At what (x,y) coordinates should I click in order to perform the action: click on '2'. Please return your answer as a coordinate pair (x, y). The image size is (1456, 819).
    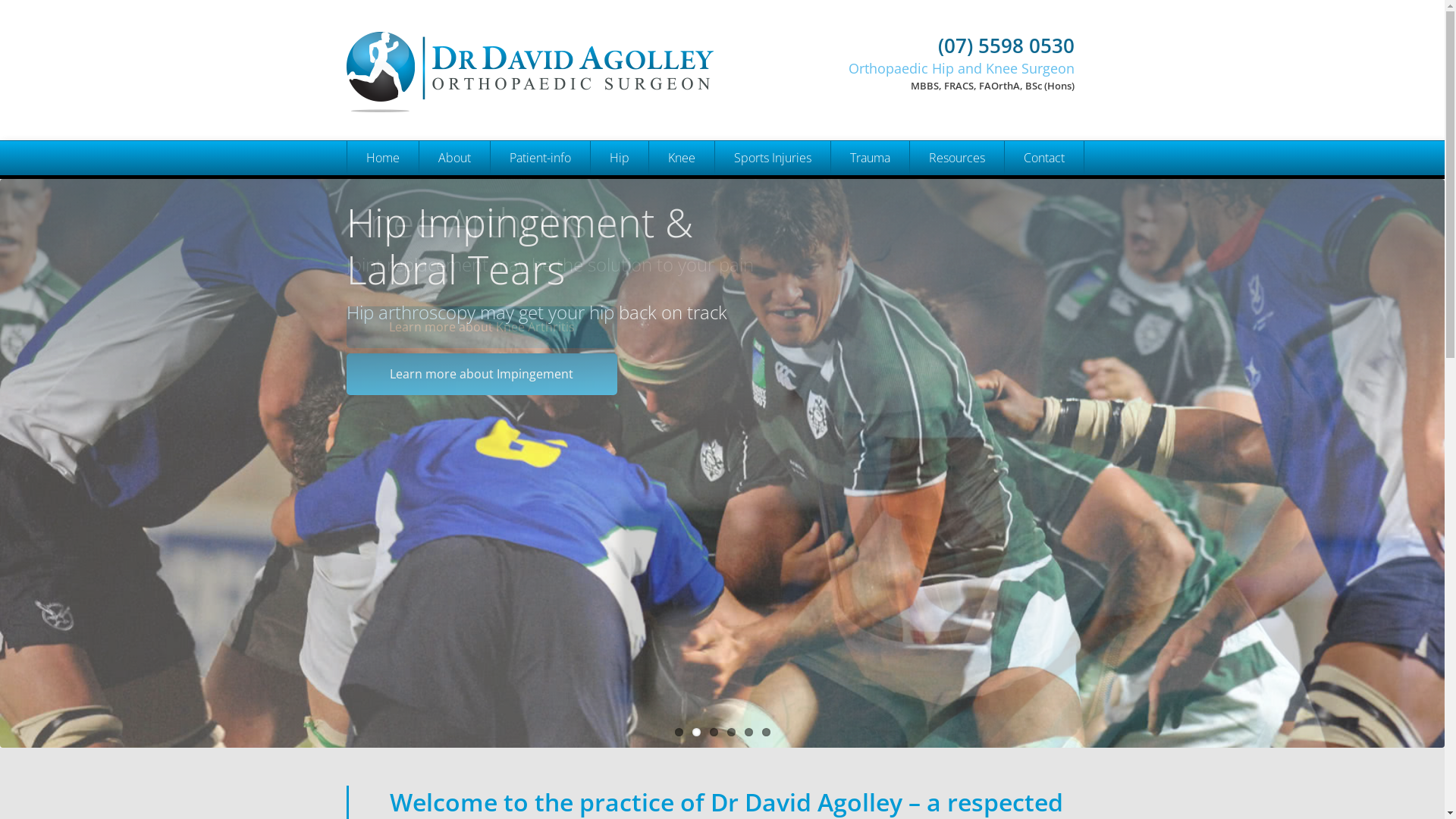
    Looking at the image, I should click on (695, 731).